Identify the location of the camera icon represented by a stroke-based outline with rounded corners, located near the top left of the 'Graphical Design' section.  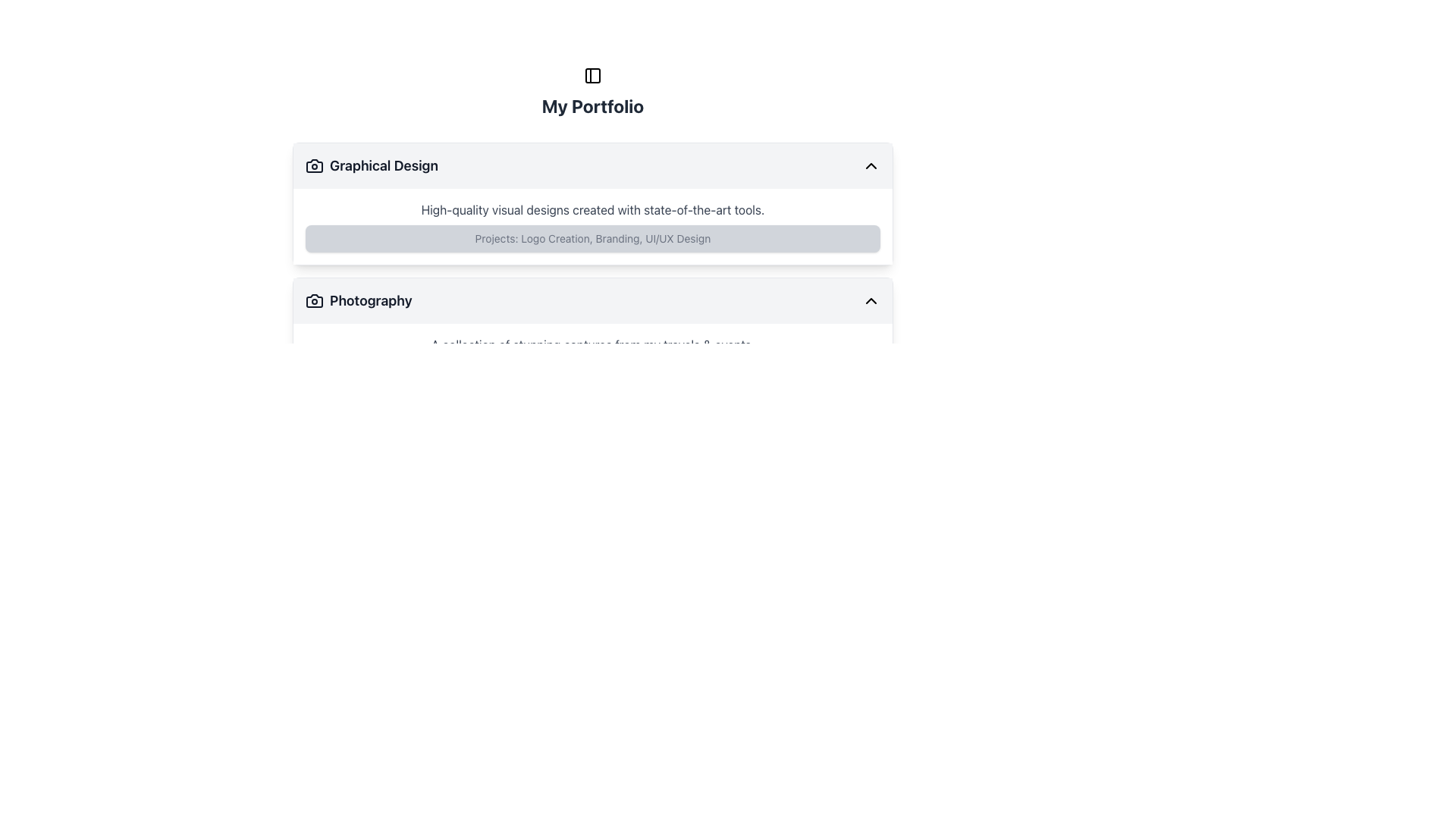
(313, 166).